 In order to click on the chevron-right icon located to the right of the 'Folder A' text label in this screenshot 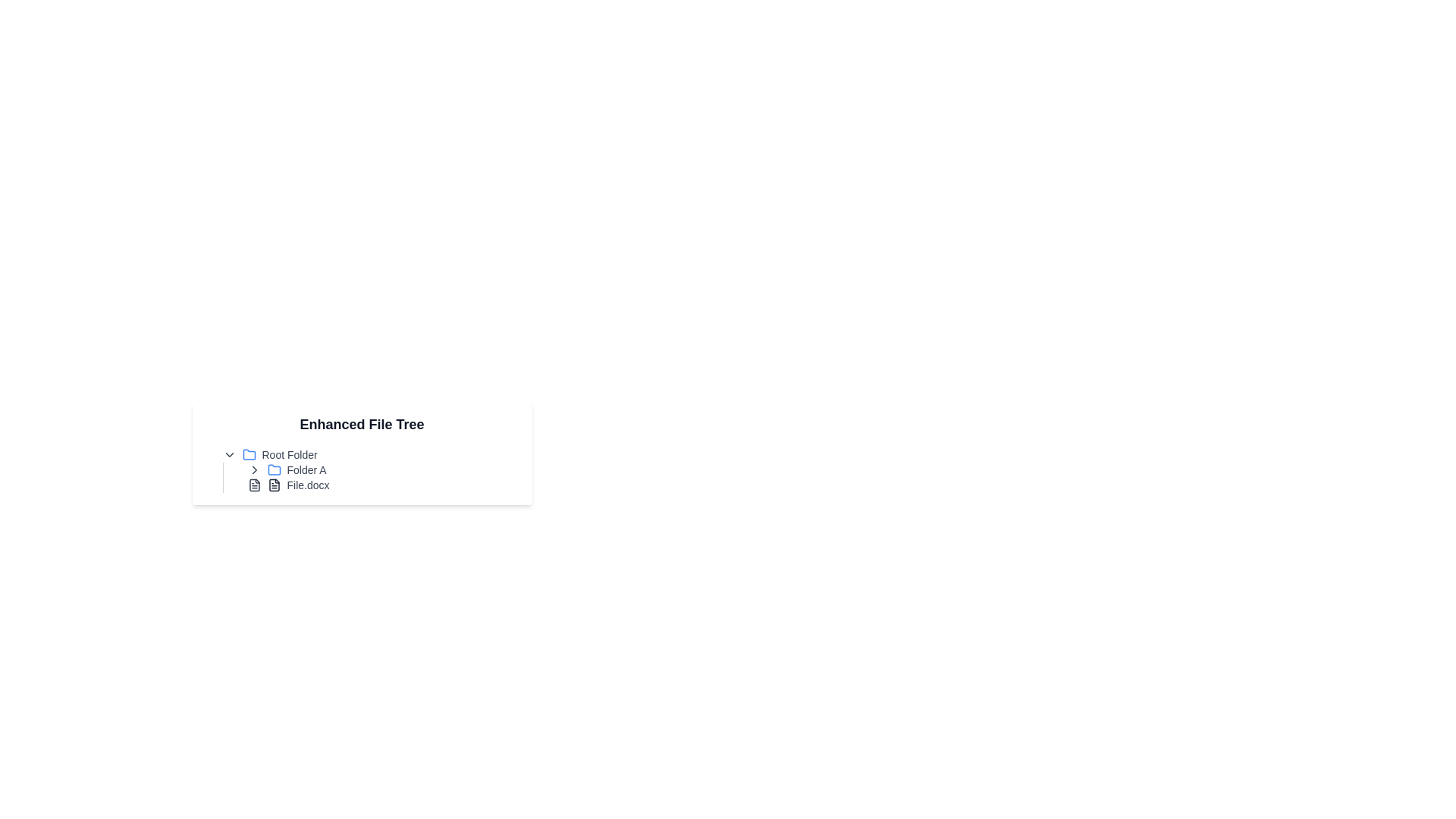, I will do `click(254, 469)`.